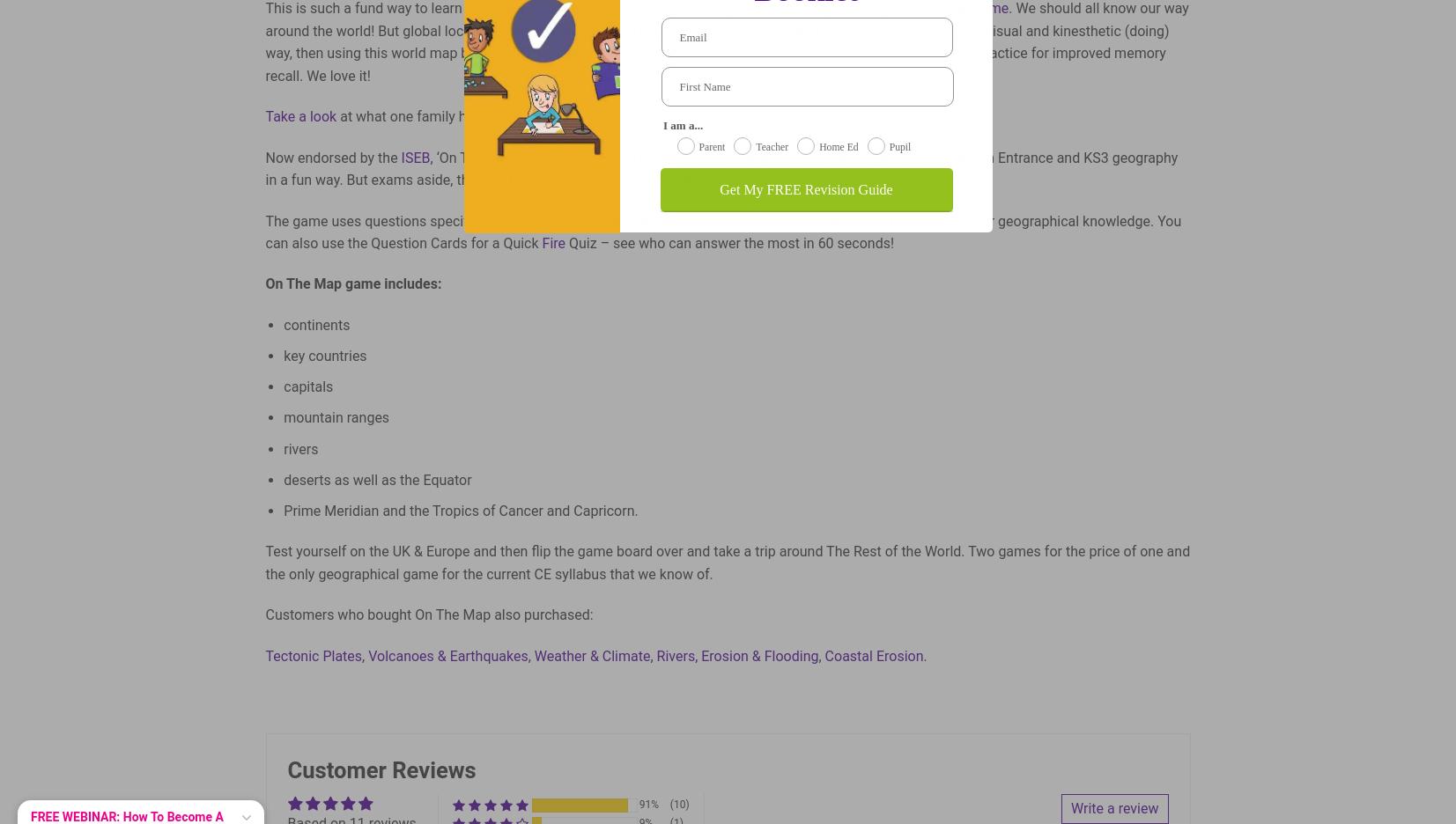  I want to click on 'Rivers, Erosion & Flooding', so click(737, 655).